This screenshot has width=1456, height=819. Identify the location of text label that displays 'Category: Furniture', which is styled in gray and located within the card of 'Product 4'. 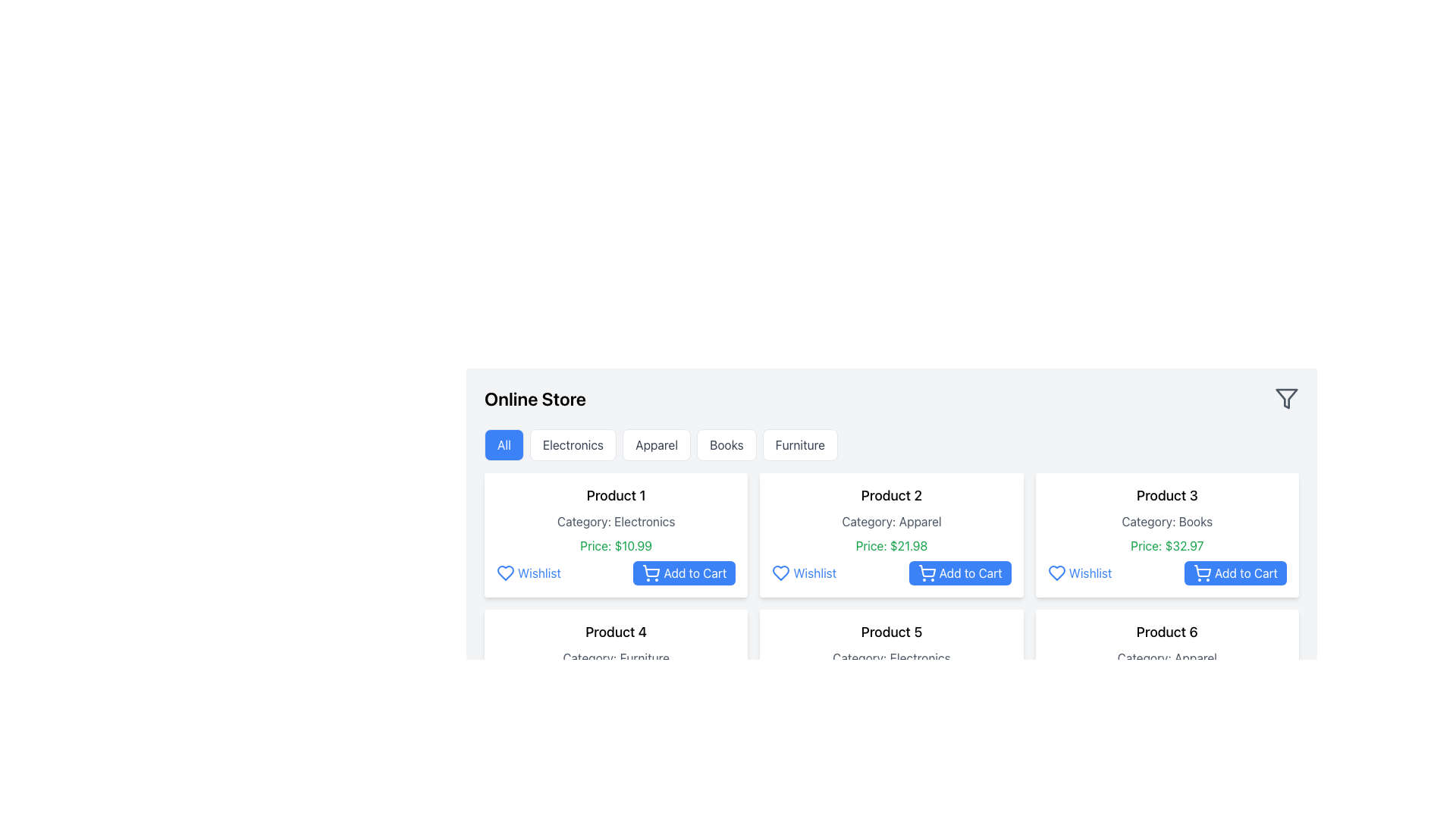
(616, 657).